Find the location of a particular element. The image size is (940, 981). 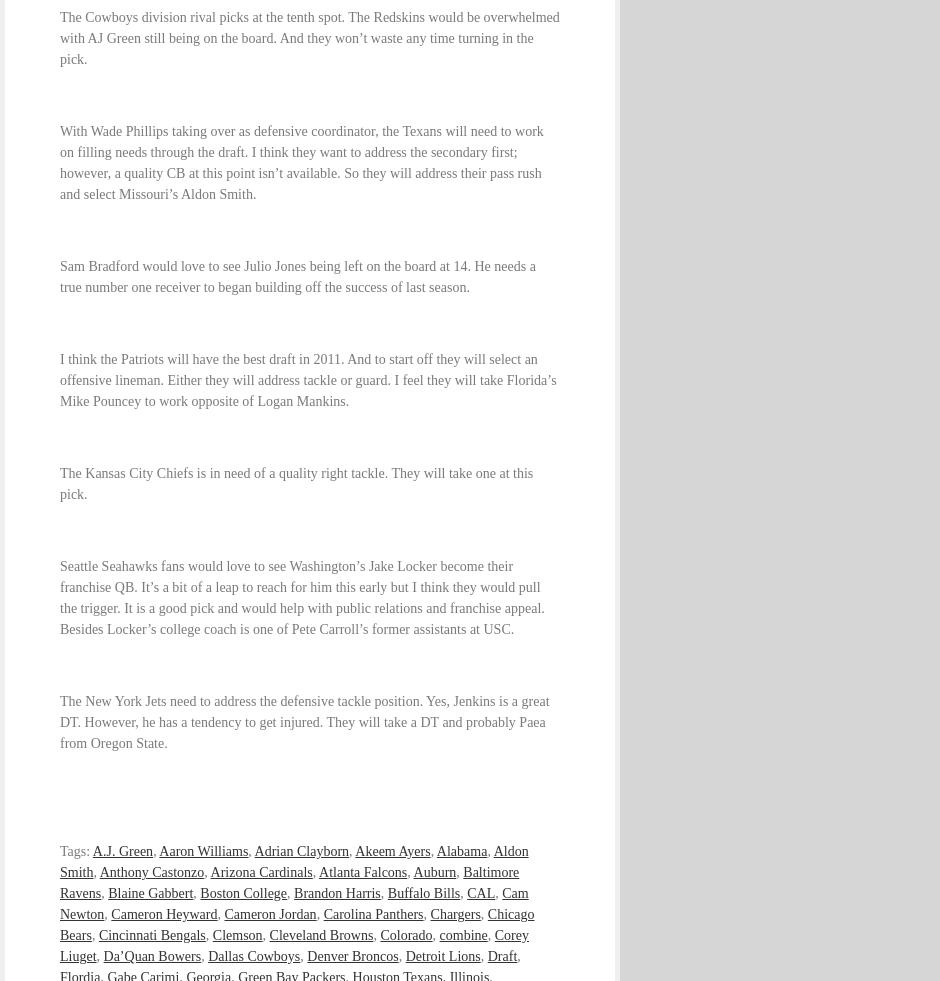

'Akeem Ayers' is located at coordinates (354, 851).